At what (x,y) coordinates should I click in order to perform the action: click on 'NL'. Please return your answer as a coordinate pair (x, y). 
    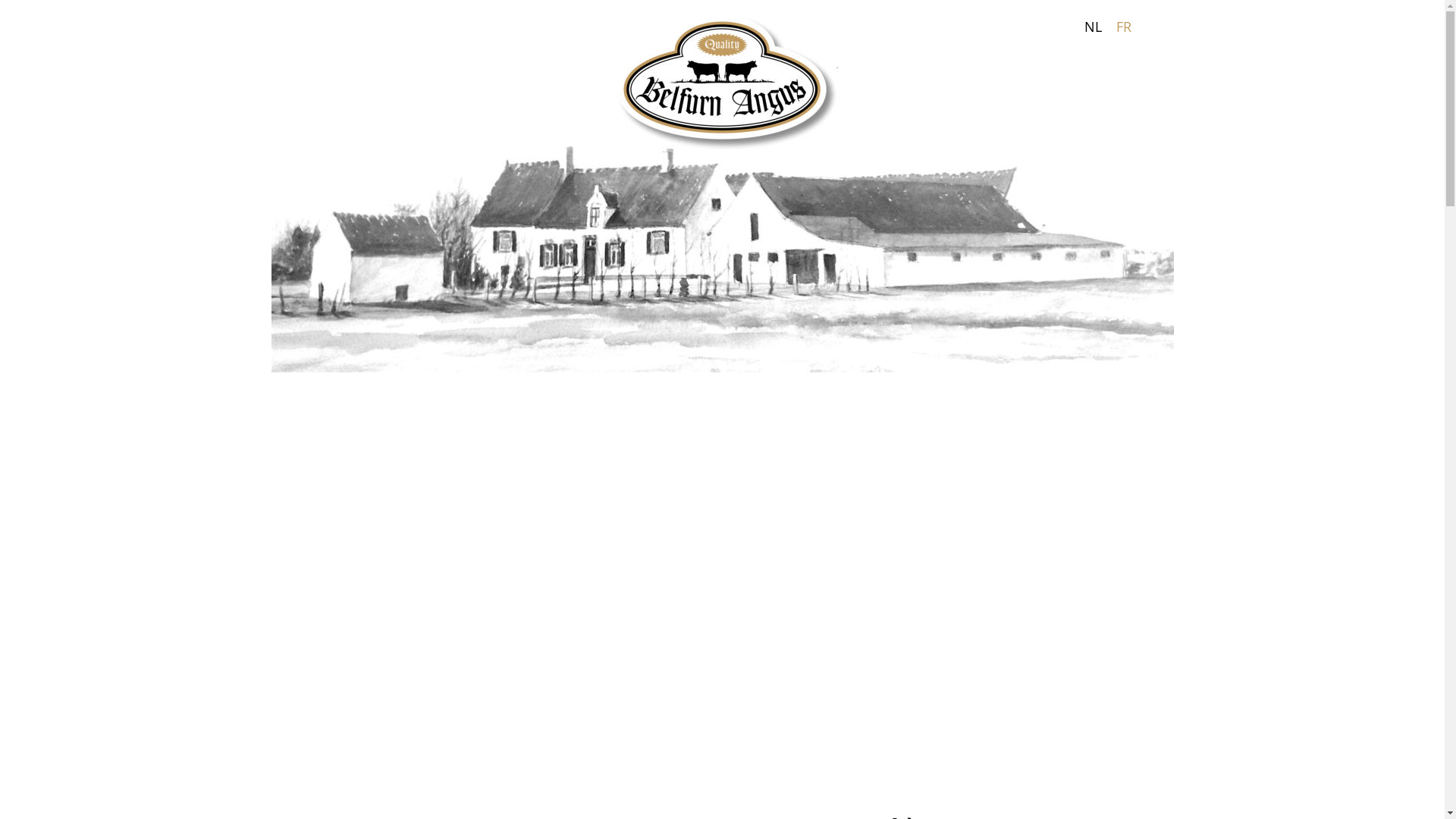
    Looking at the image, I should click on (1093, 26).